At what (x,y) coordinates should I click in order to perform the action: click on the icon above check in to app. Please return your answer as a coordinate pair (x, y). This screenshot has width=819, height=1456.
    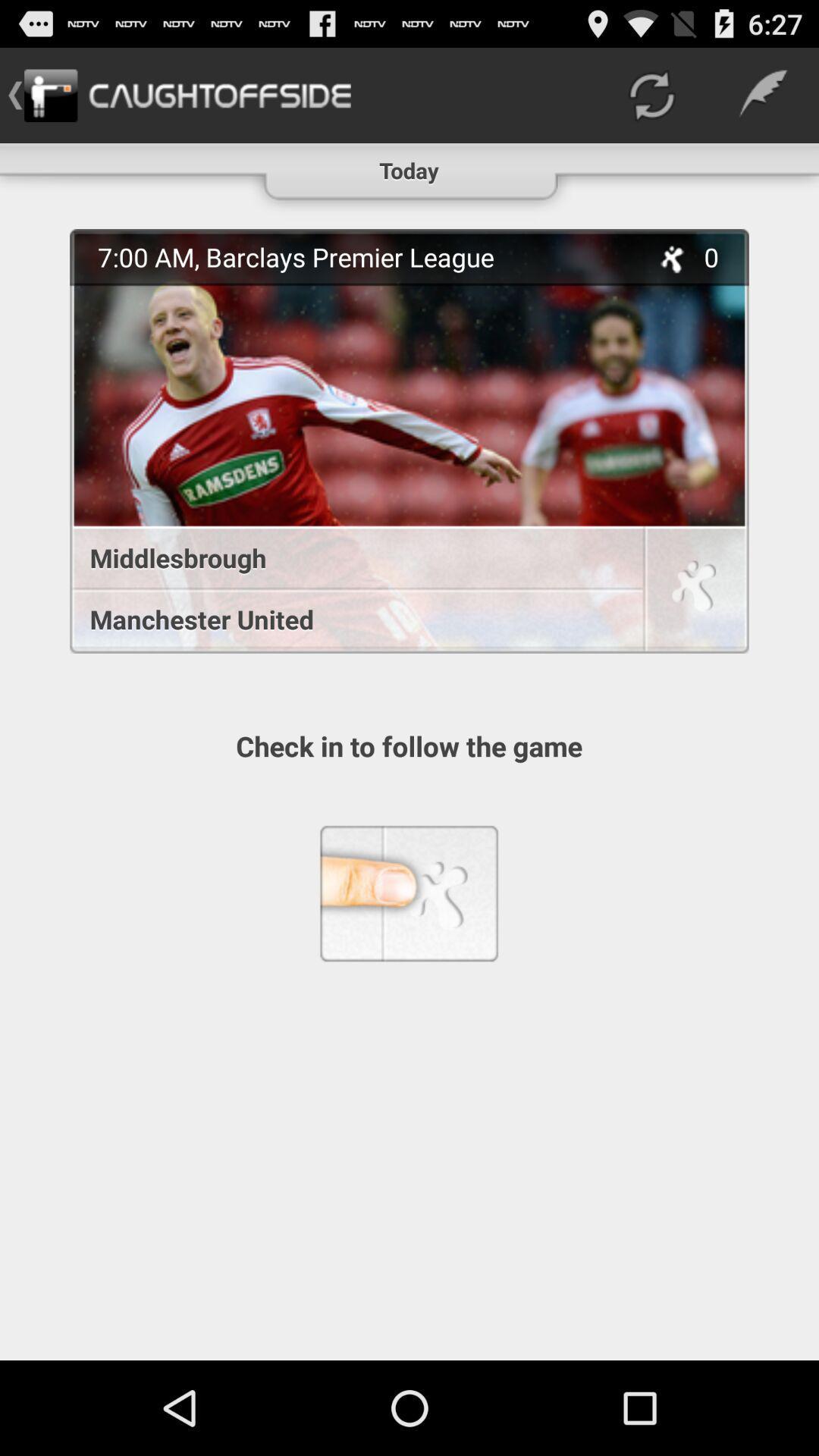
    Looking at the image, I should click on (348, 619).